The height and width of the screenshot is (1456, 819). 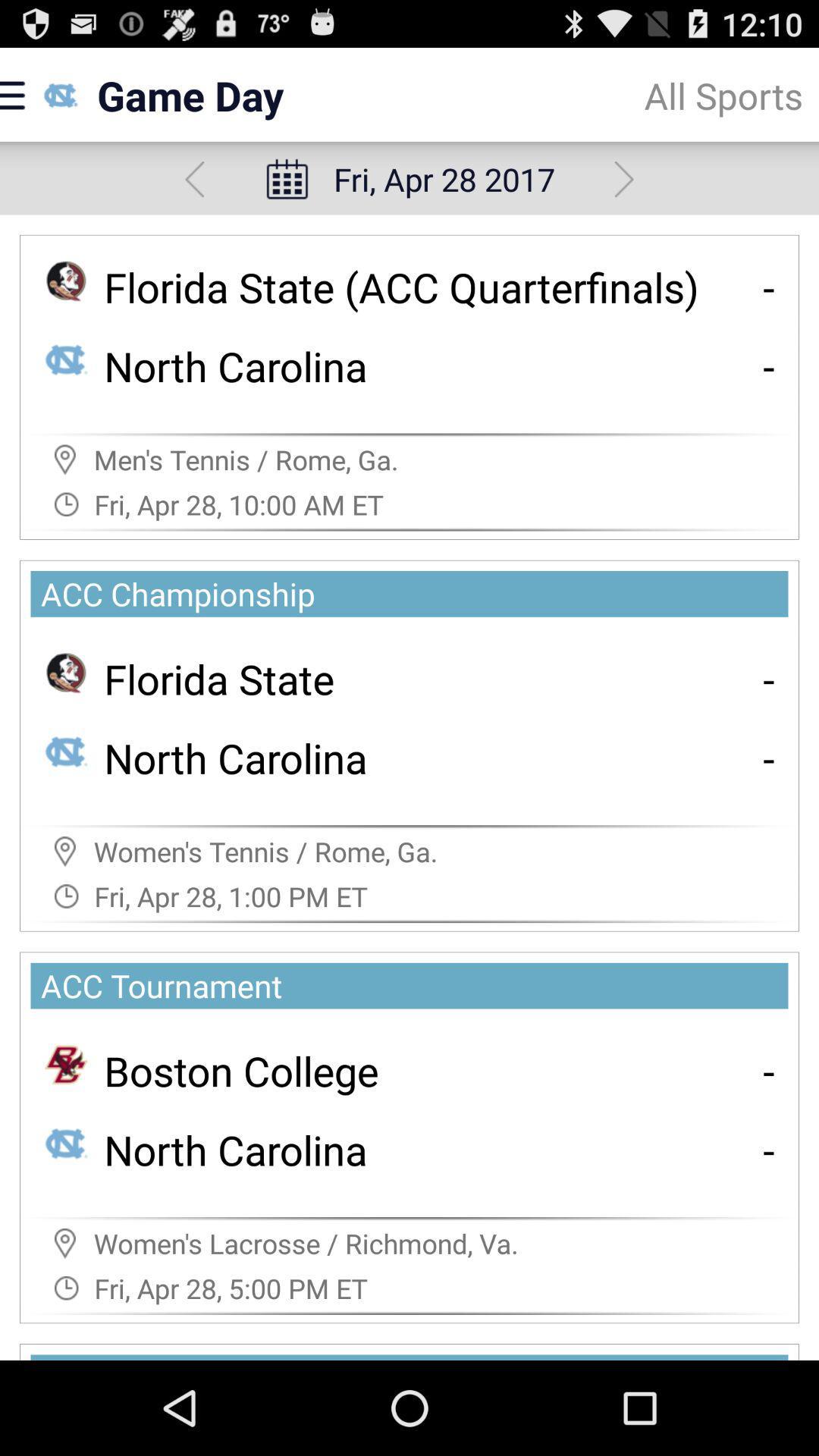 What do you see at coordinates (414, 985) in the screenshot?
I see `acc tournament icon` at bounding box center [414, 985].